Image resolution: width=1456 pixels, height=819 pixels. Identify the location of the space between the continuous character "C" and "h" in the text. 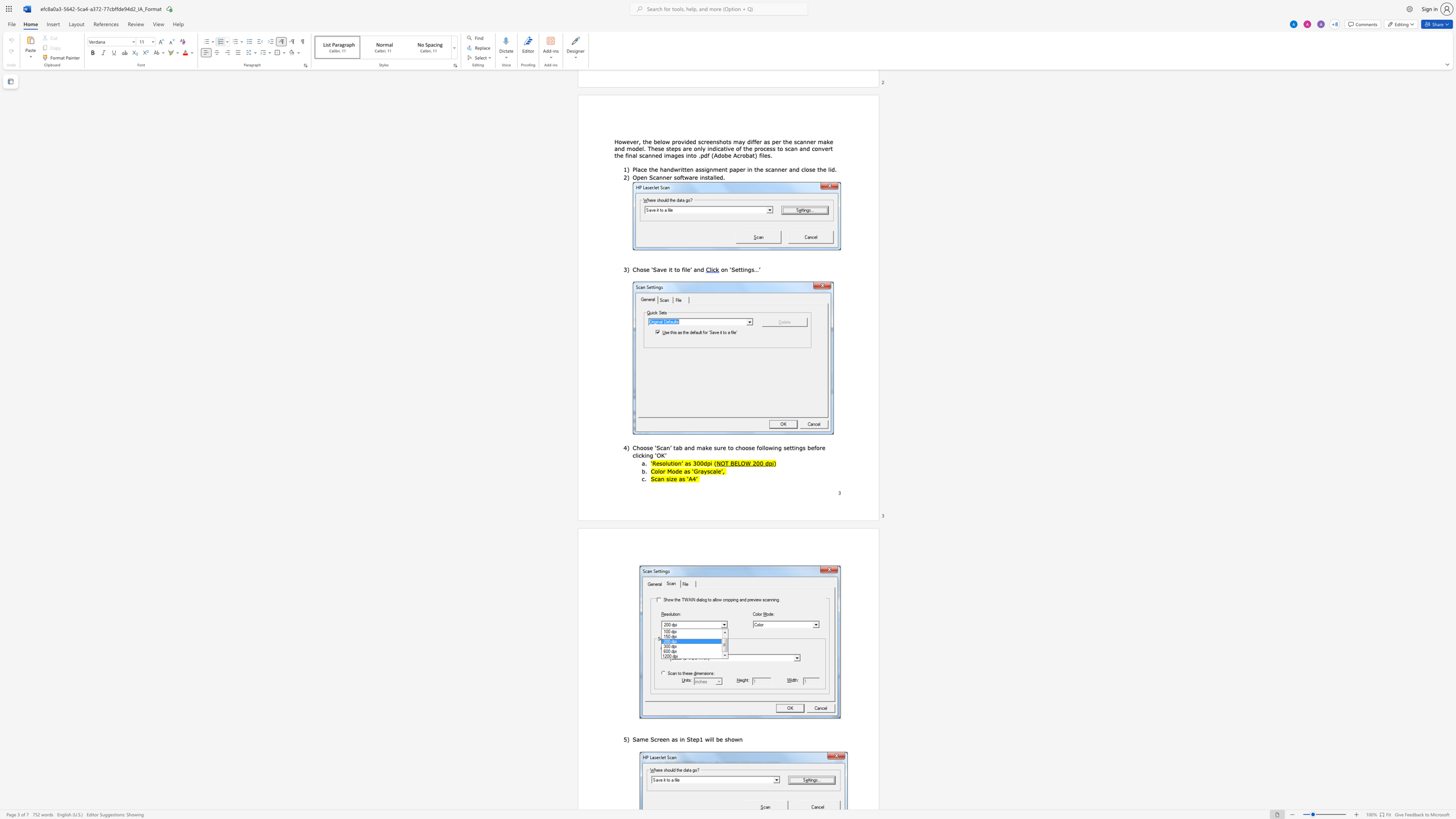
(636, 447).